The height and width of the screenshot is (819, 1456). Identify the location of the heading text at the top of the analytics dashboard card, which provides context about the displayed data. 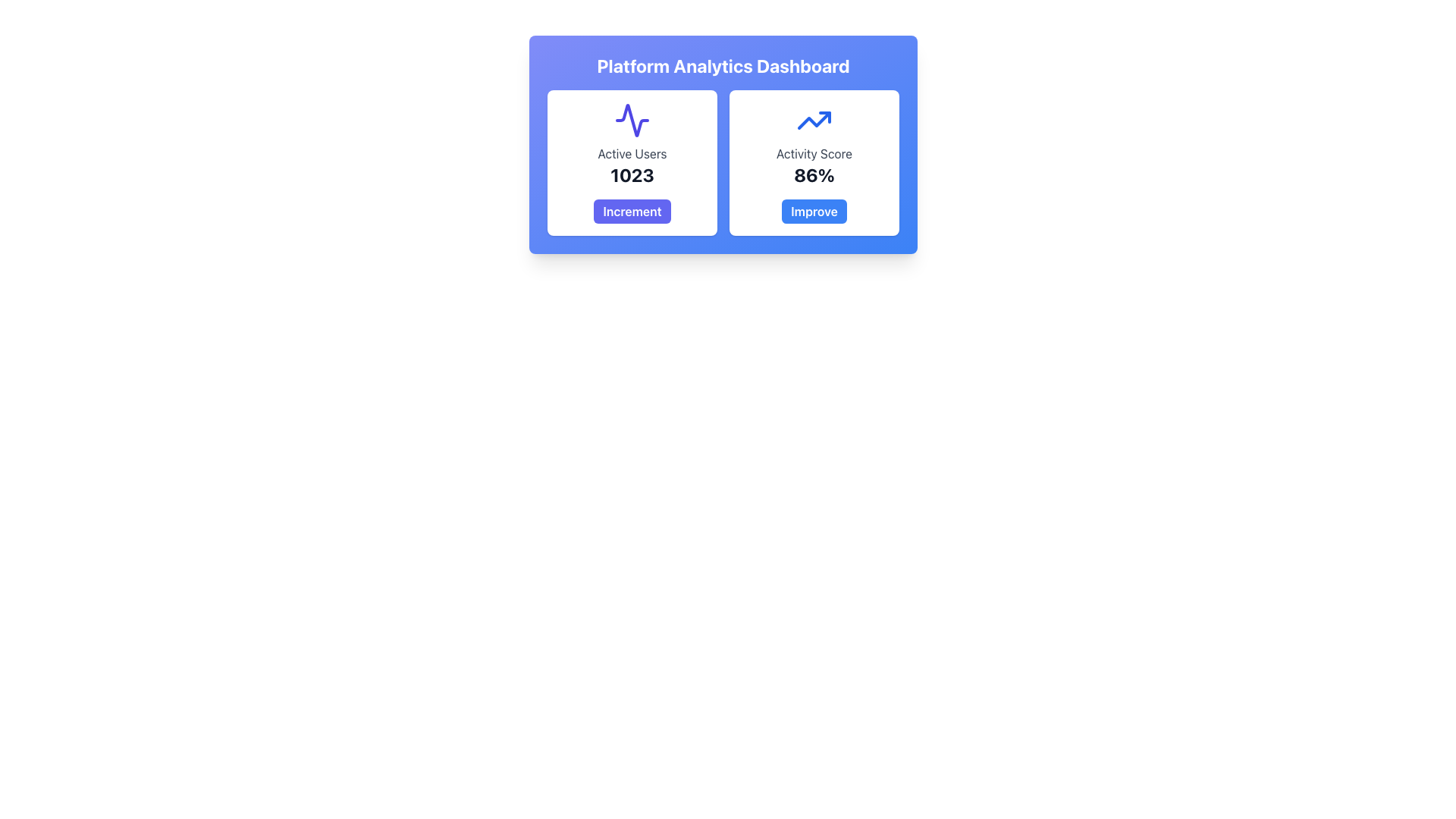
(723, 65).